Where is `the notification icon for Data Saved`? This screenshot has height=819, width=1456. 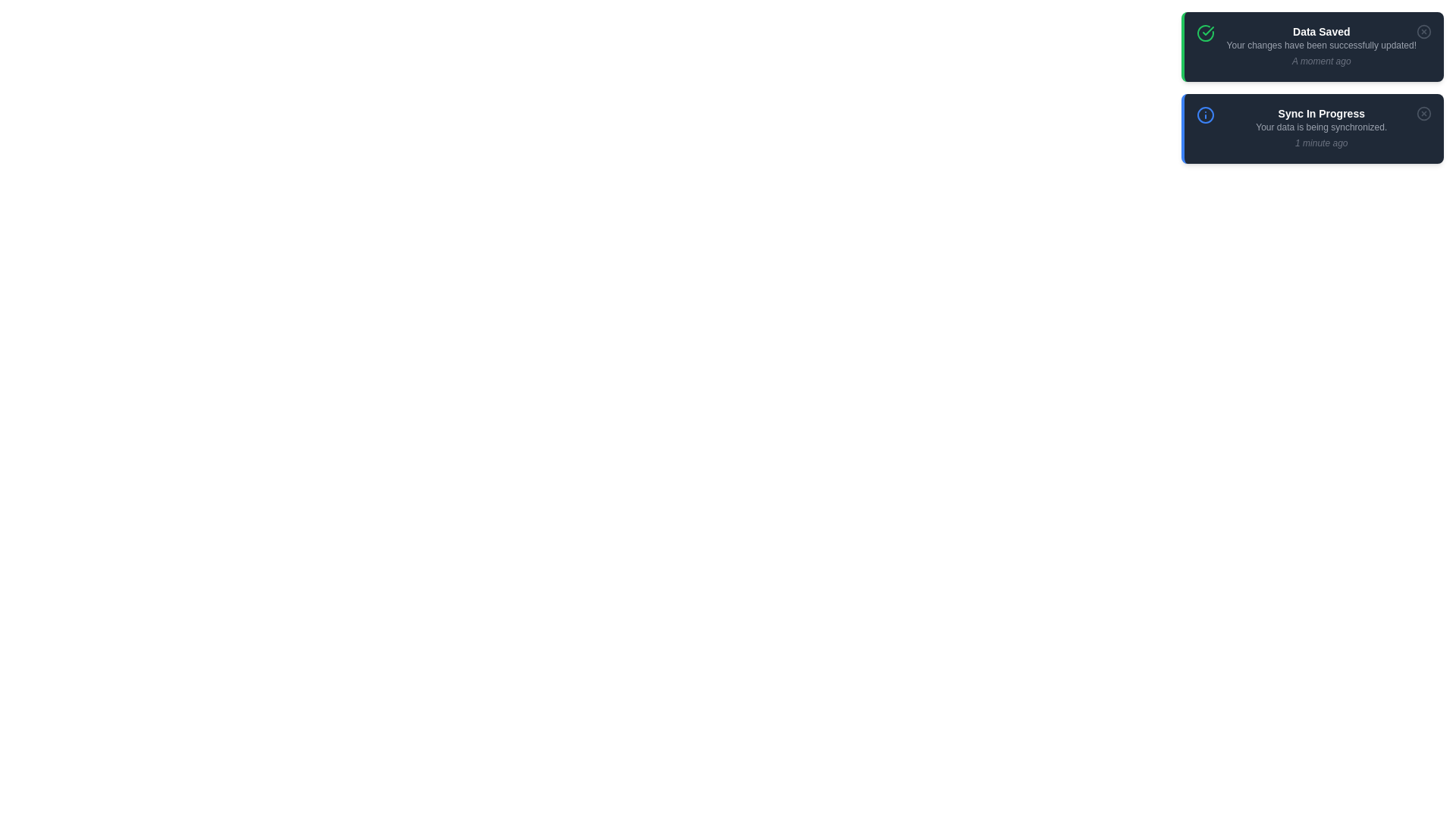 the notification icon for Data Saved is located at coordinates (1204, 33).